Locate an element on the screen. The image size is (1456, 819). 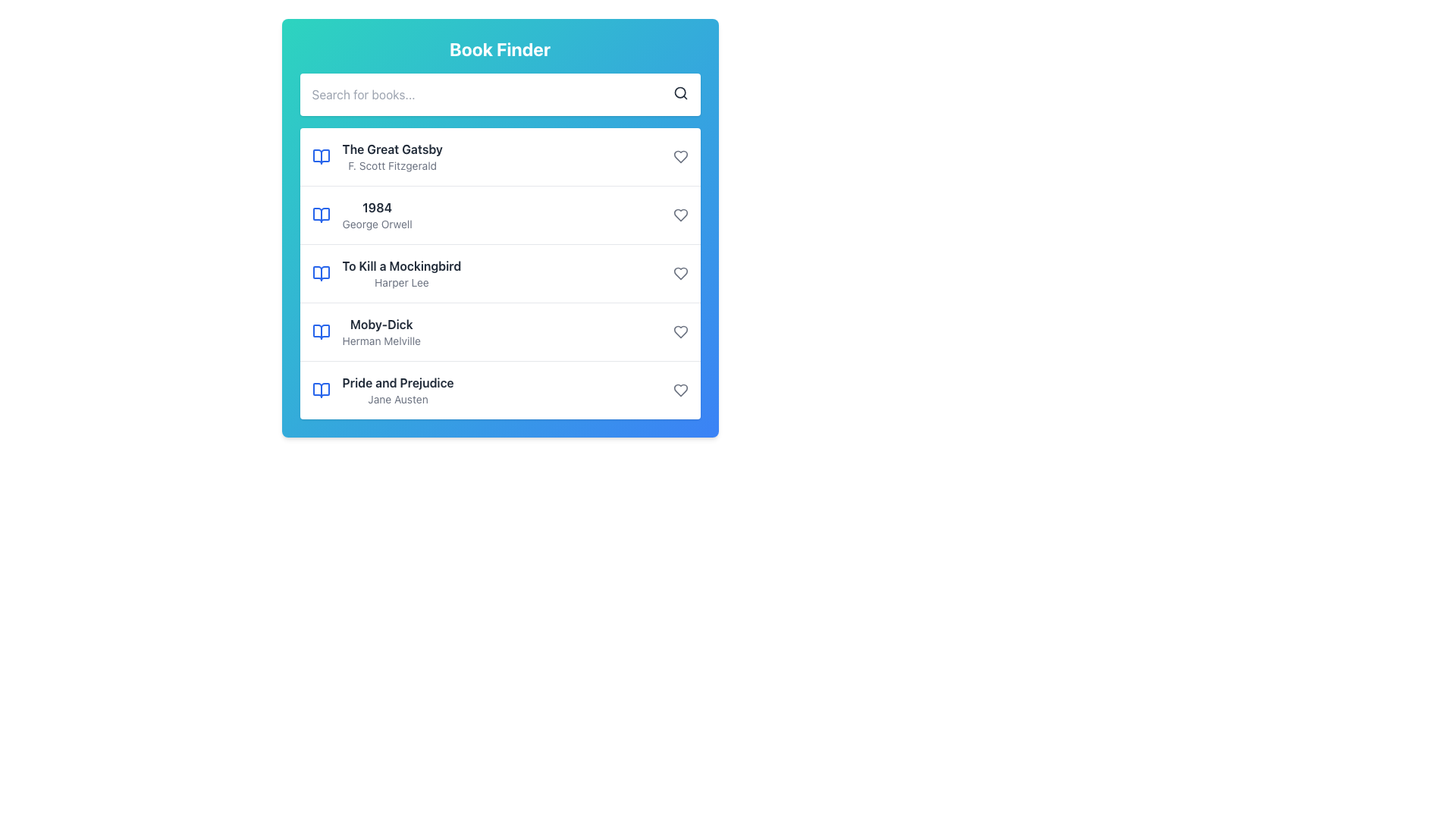
the heart-shaped icon next to the title 'The Great Gatsby' is located at coordinates (679, 157).